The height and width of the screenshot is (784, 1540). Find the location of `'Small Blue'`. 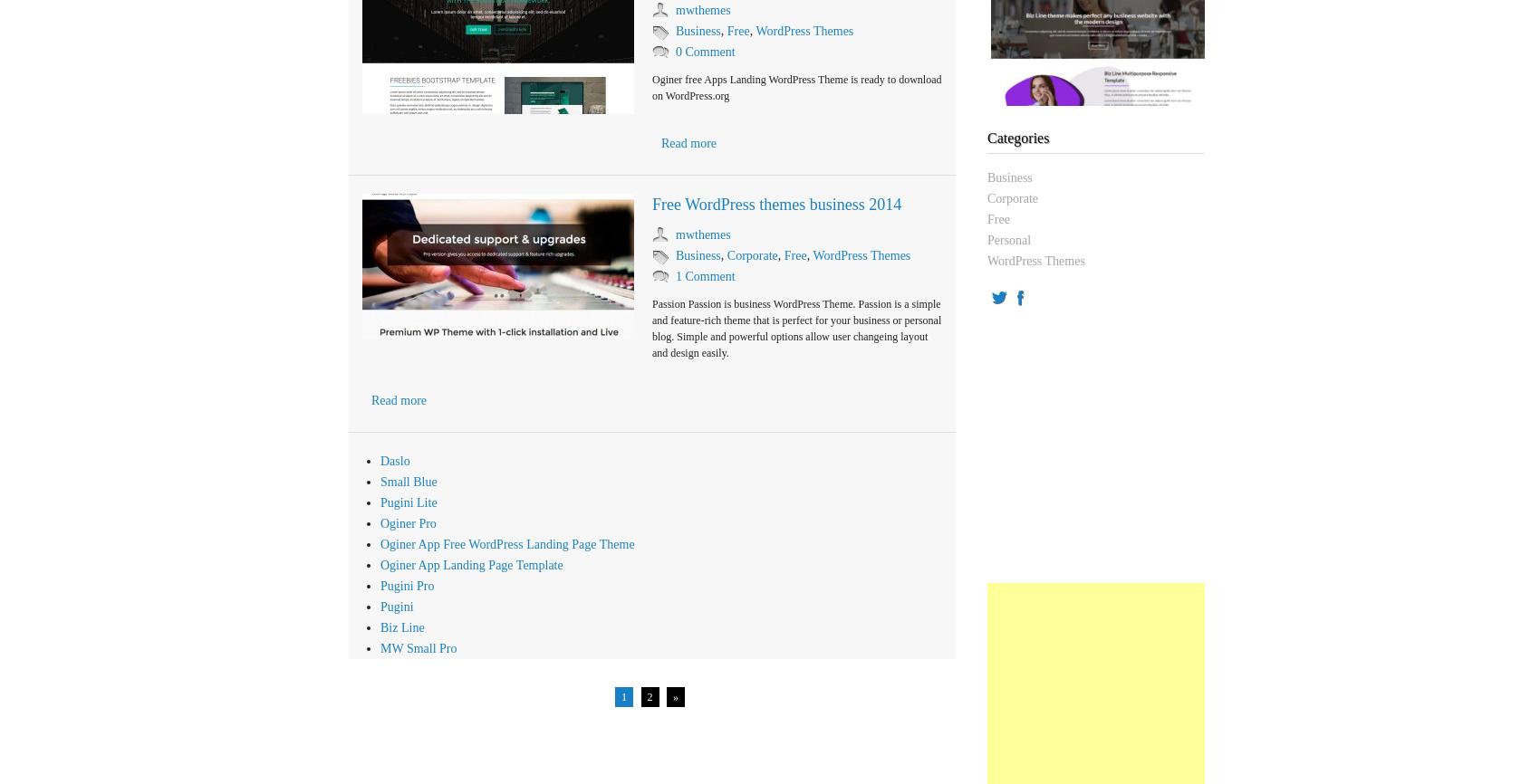

'Small Blue' is located at coordinates (409, 482).